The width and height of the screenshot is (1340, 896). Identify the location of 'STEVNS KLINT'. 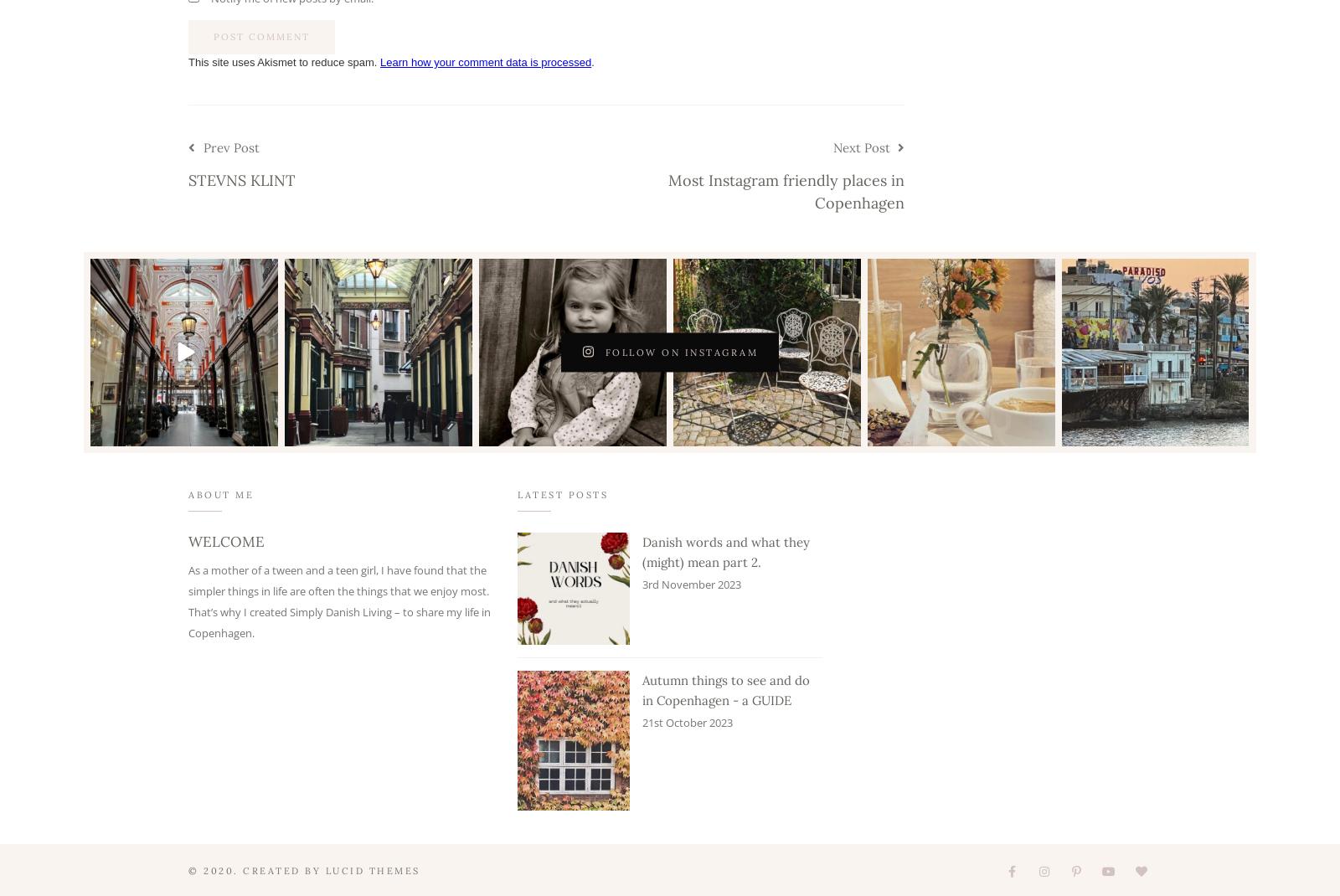
(241, 178).